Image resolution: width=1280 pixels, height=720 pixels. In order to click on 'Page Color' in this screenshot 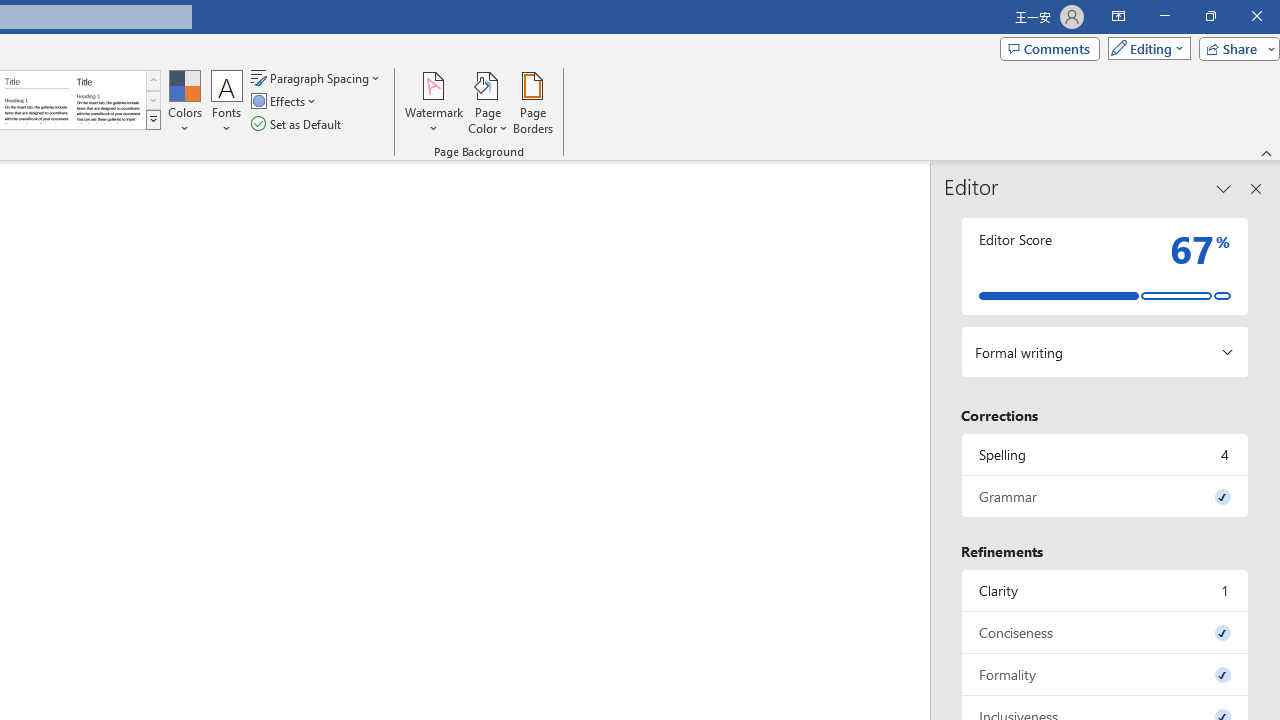, I will do `click(488, 103)`.